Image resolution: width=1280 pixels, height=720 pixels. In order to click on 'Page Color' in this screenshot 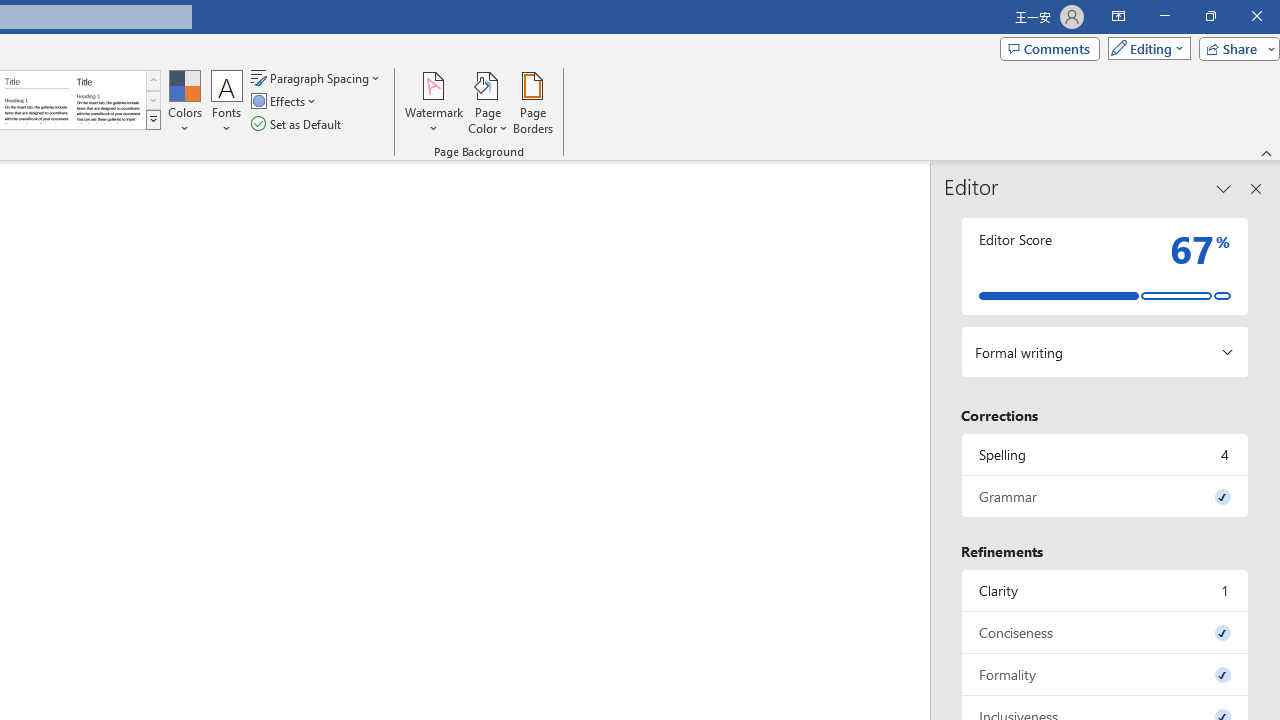, I will do `click(488, 103)`.